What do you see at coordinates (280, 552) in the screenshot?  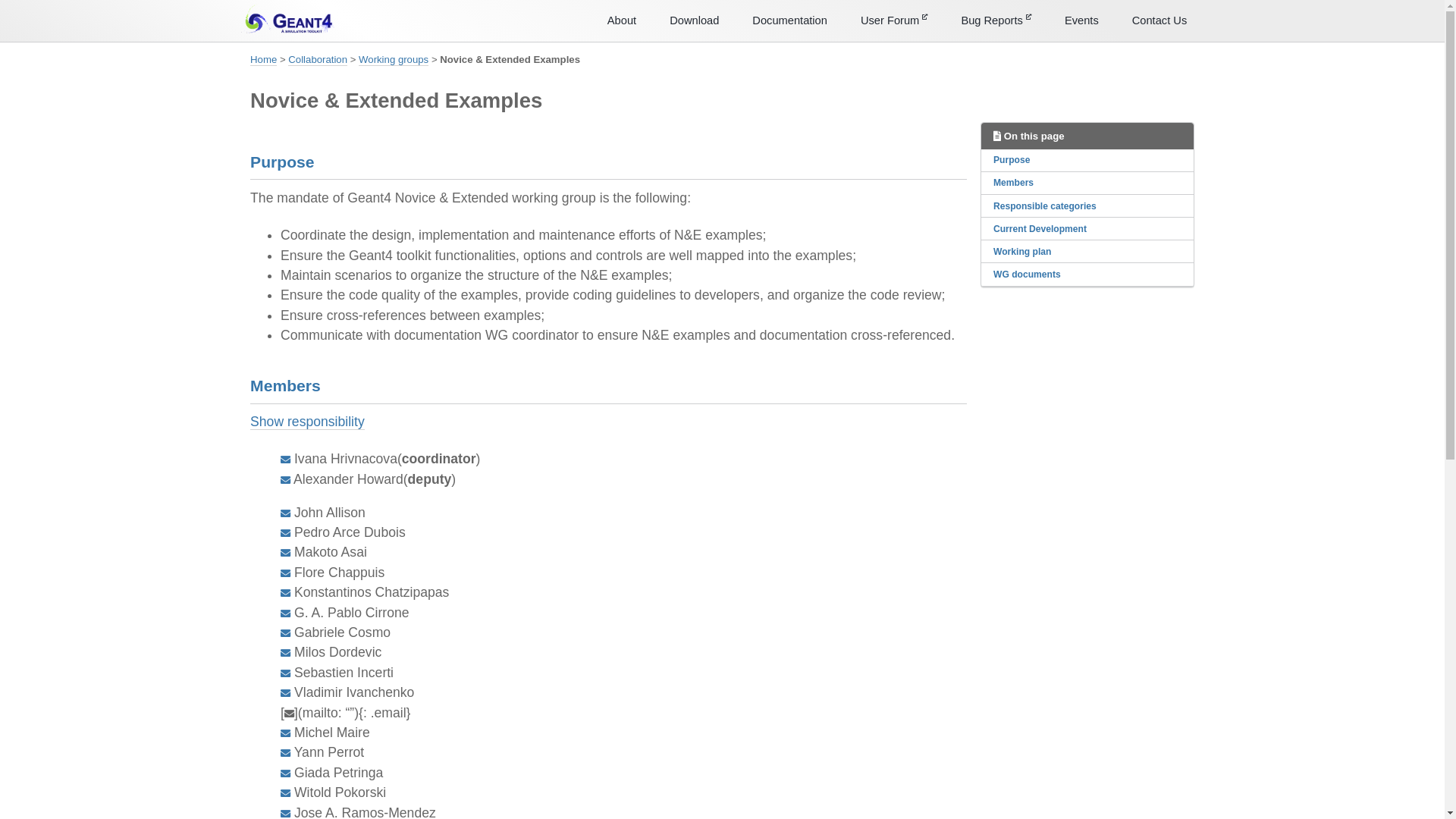 I see `'asai@jlab.org'` at bounding box center [280, 552].